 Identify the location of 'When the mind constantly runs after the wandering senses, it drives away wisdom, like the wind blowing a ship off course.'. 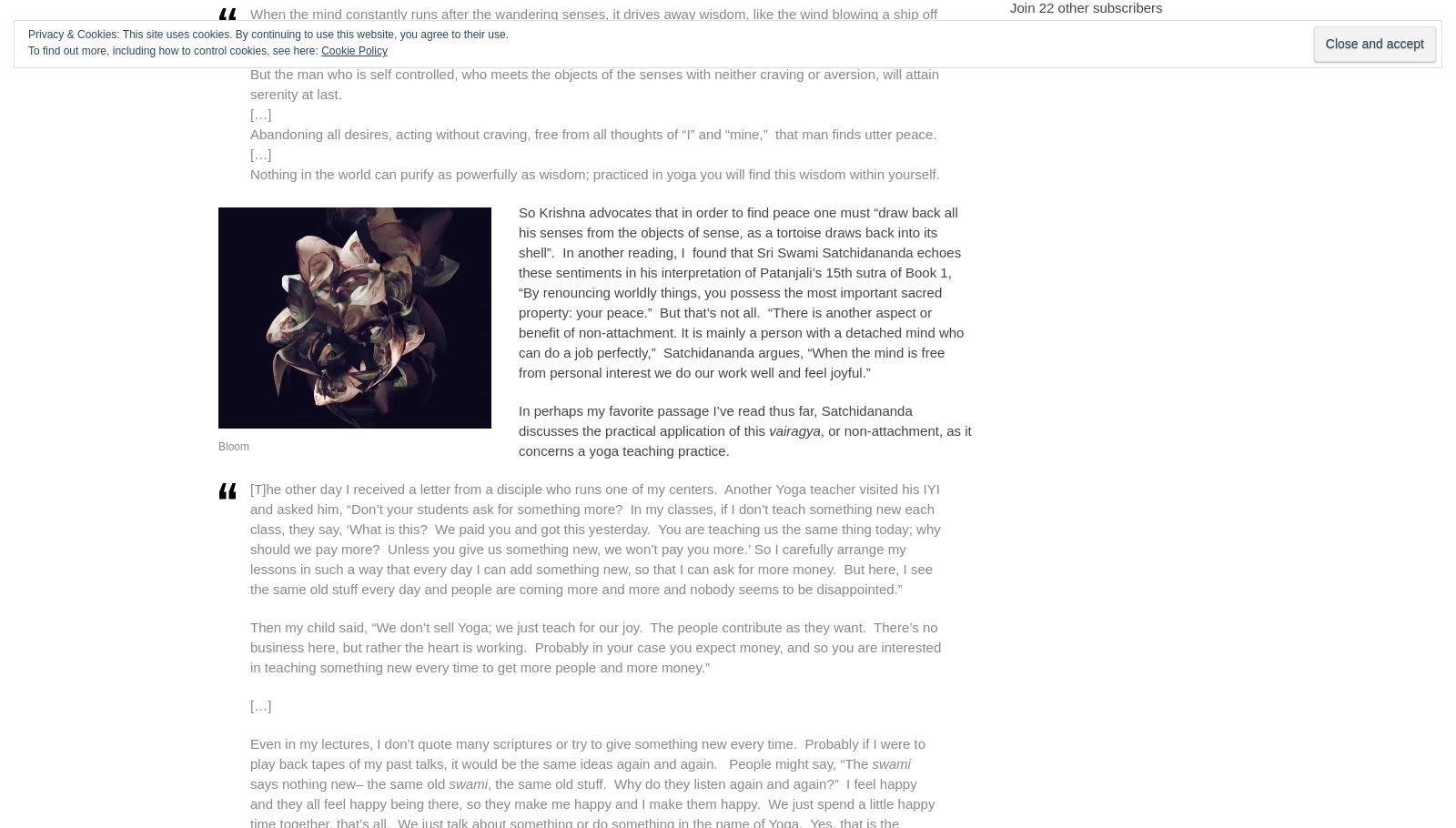
(593, 23).